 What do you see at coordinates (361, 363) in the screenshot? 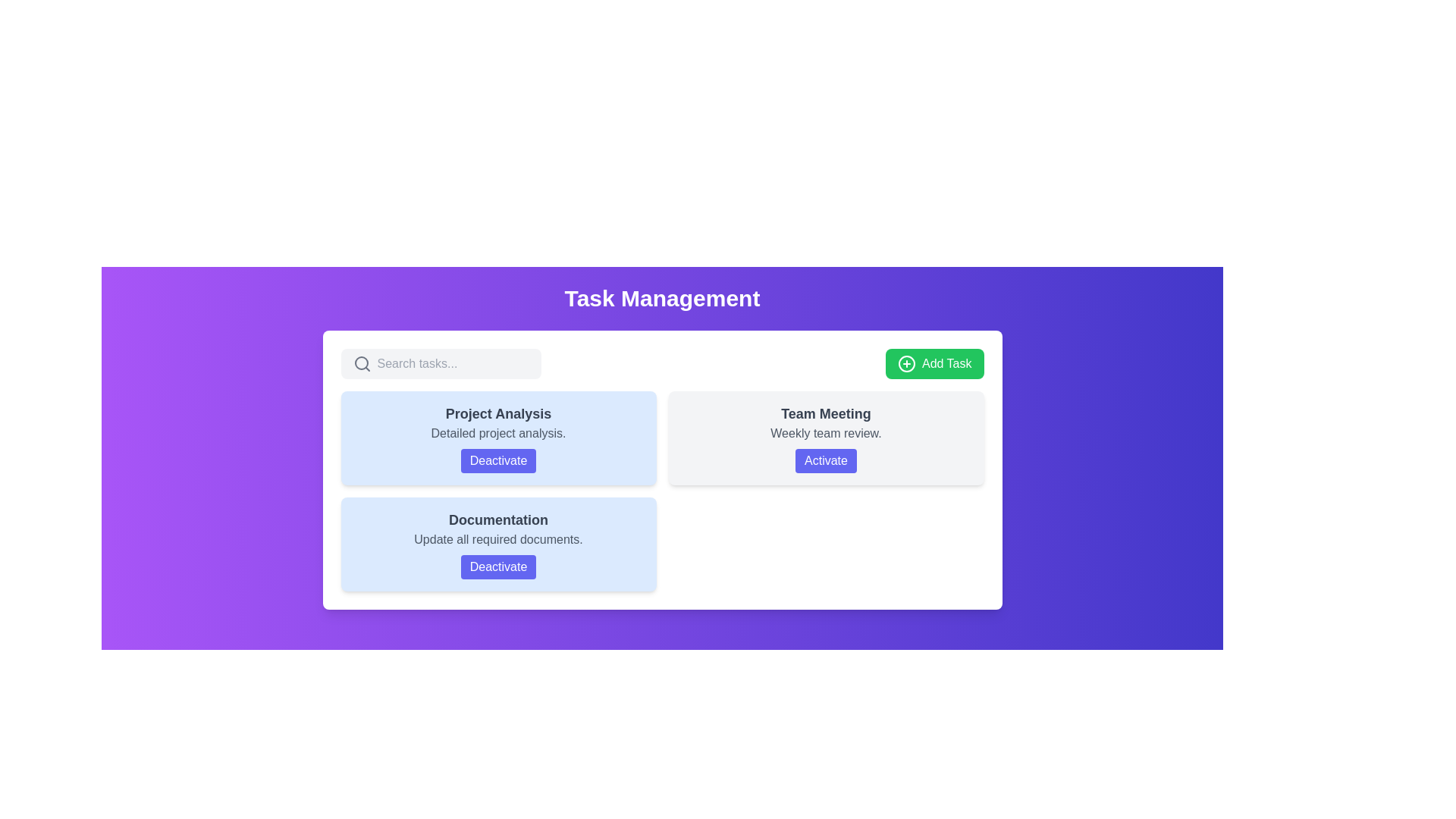
I see `the search icon located in the leftmost portion of the search bar, adjacent to the search input field, below the 'Task Management' header` at bounding box center [361, 363].